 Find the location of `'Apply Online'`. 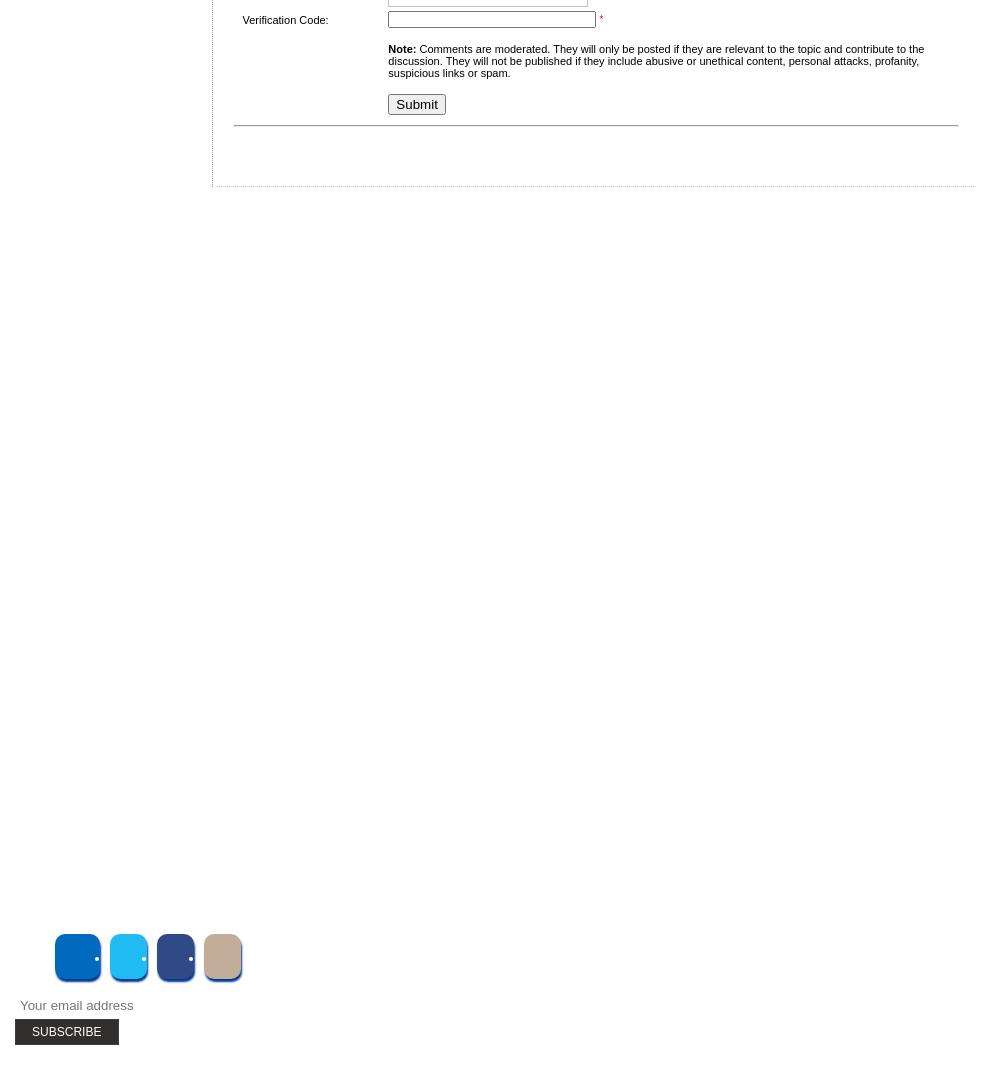

'Apply Online' is located at coordinates (104, 527).